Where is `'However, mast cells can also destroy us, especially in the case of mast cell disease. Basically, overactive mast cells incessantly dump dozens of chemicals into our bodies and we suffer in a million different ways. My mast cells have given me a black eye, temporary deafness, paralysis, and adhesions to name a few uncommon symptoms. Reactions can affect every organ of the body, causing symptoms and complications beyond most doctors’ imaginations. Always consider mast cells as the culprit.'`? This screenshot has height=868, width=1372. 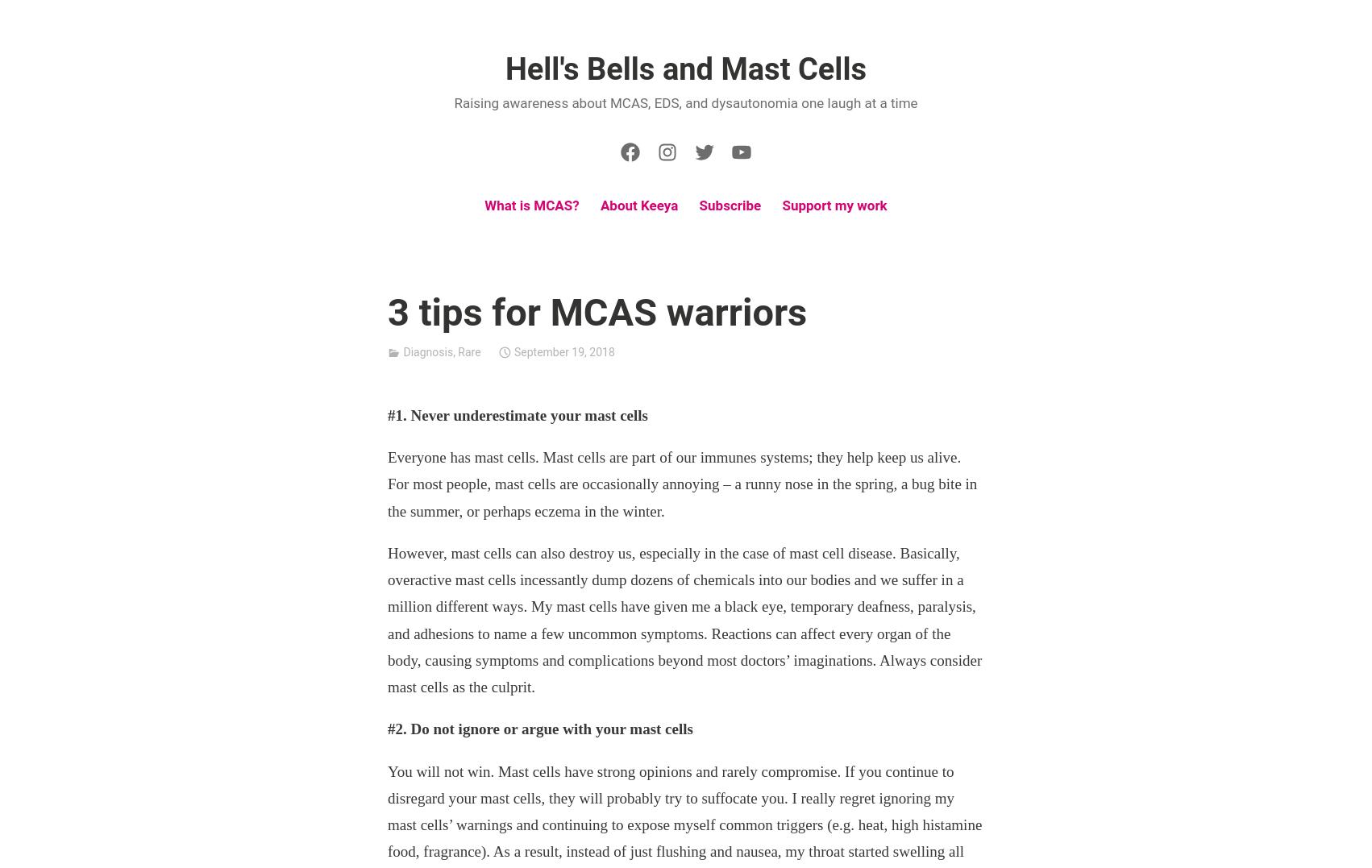 'However, mast cells can also destroy us, especially in the case of mast cell disease. Basically, overactive mast cells incessantly dump dozens of chemicals into our bodies and we suffer in a million different ways. My mast cells have given me a black eye, temporary deafness, paralysis, and adhesions to name a few uncommon symptoms. Reactions can affect every organ of the body, causing symptoms and complications beyond most doctors’ imaginations. Always consider mast cells as the culprit.' is located at coordinates (684, 618).